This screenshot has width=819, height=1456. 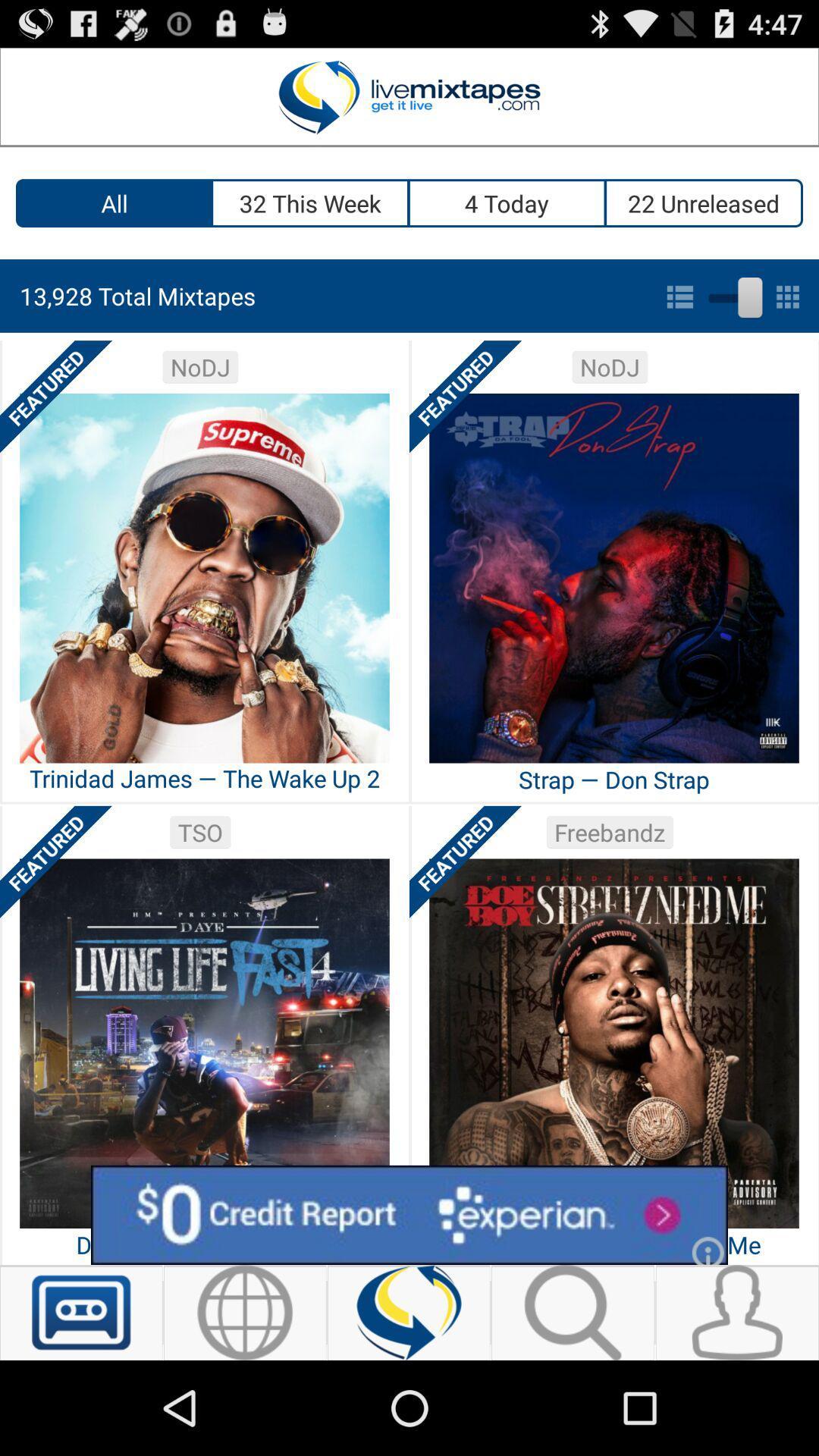 I want to click on the icon next to the 32 this week app, so click(x=113, y=202).